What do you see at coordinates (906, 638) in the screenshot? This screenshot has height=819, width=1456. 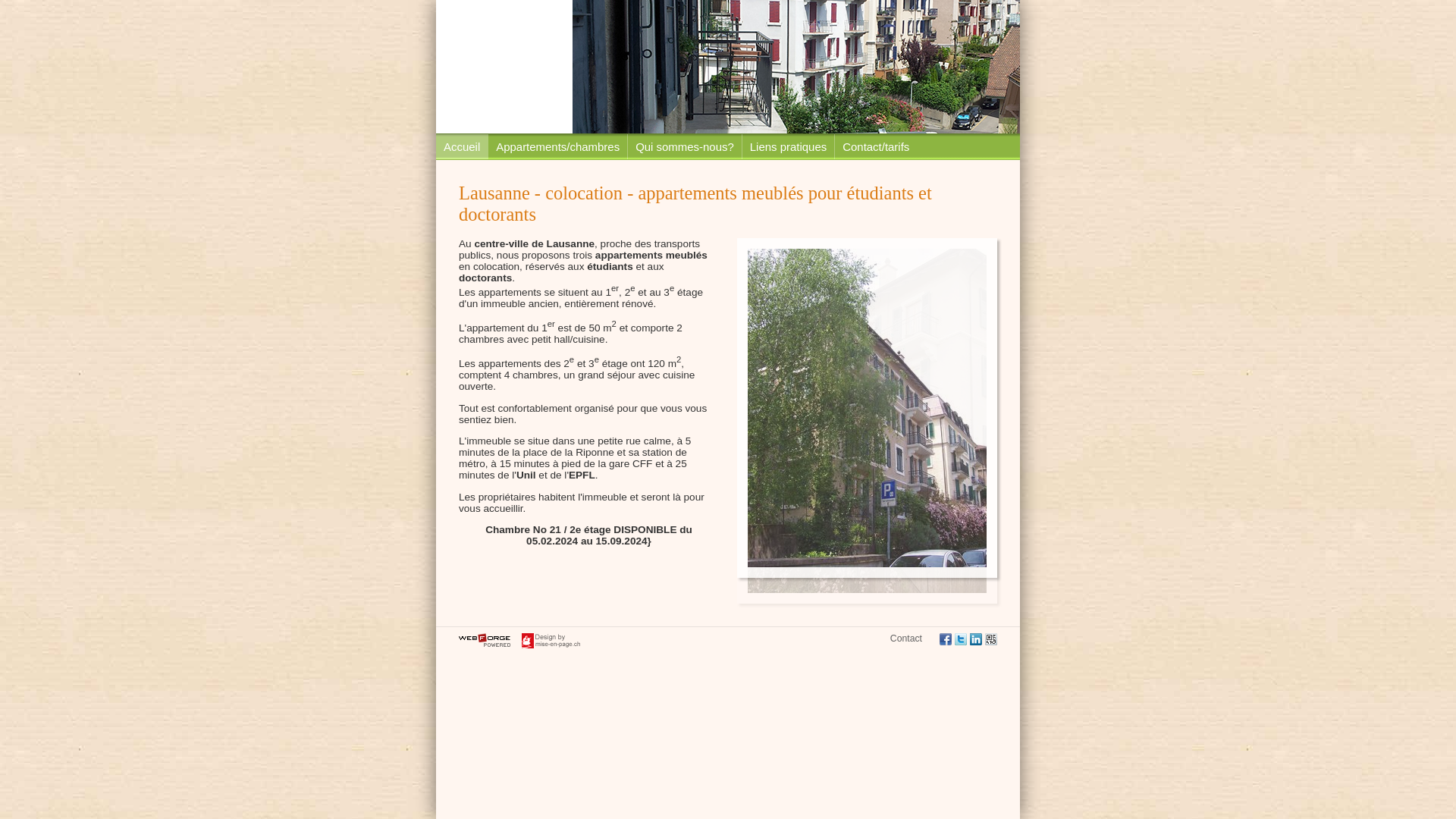 I see `'Contact'` at bounding box center [906, 638].